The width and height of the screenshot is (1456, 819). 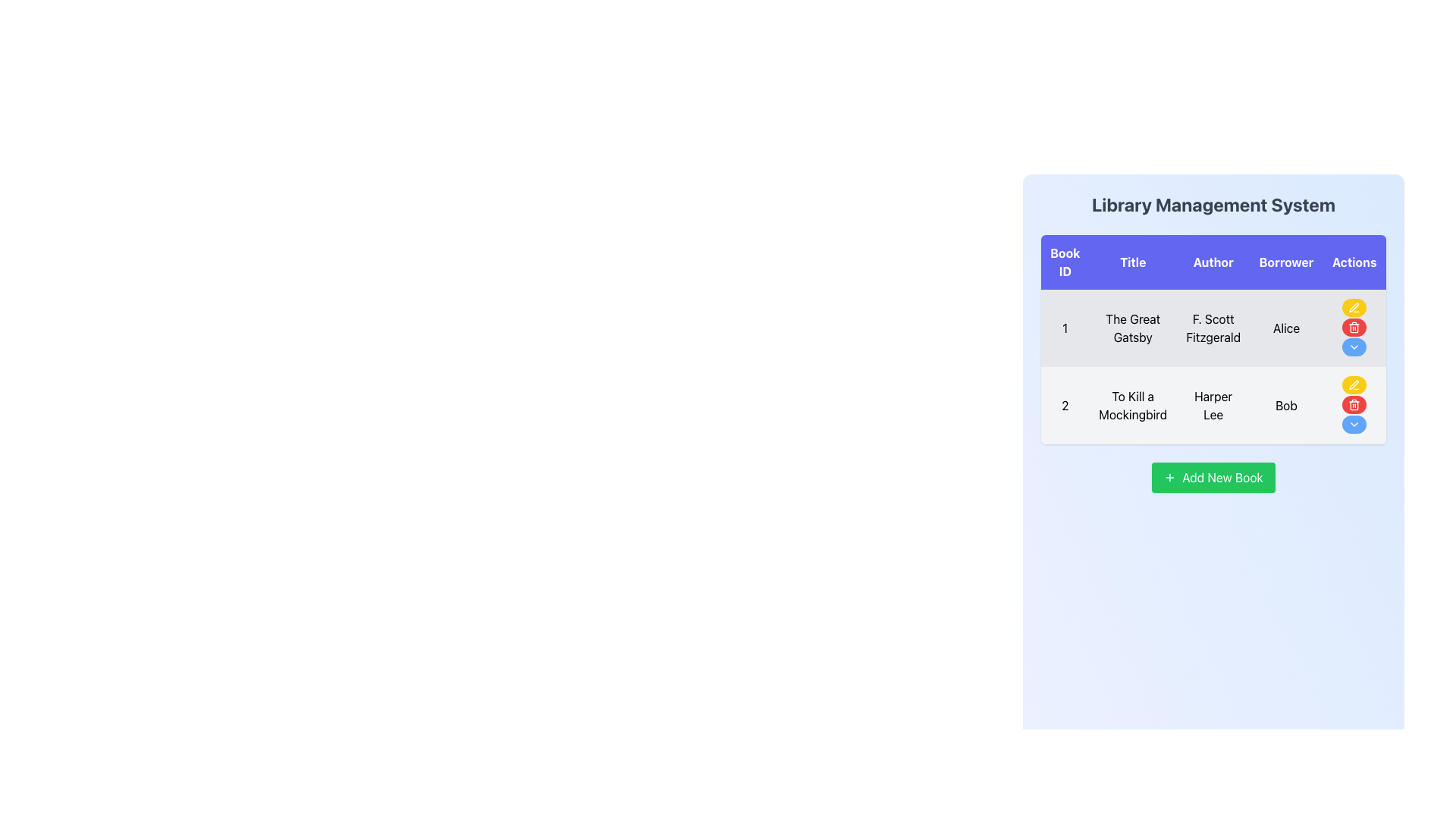 I want to click on the 'Author' text label, which is the third column heading in a five-column table header, displayed in white text on a blue background, so click(x=1213, y=262).